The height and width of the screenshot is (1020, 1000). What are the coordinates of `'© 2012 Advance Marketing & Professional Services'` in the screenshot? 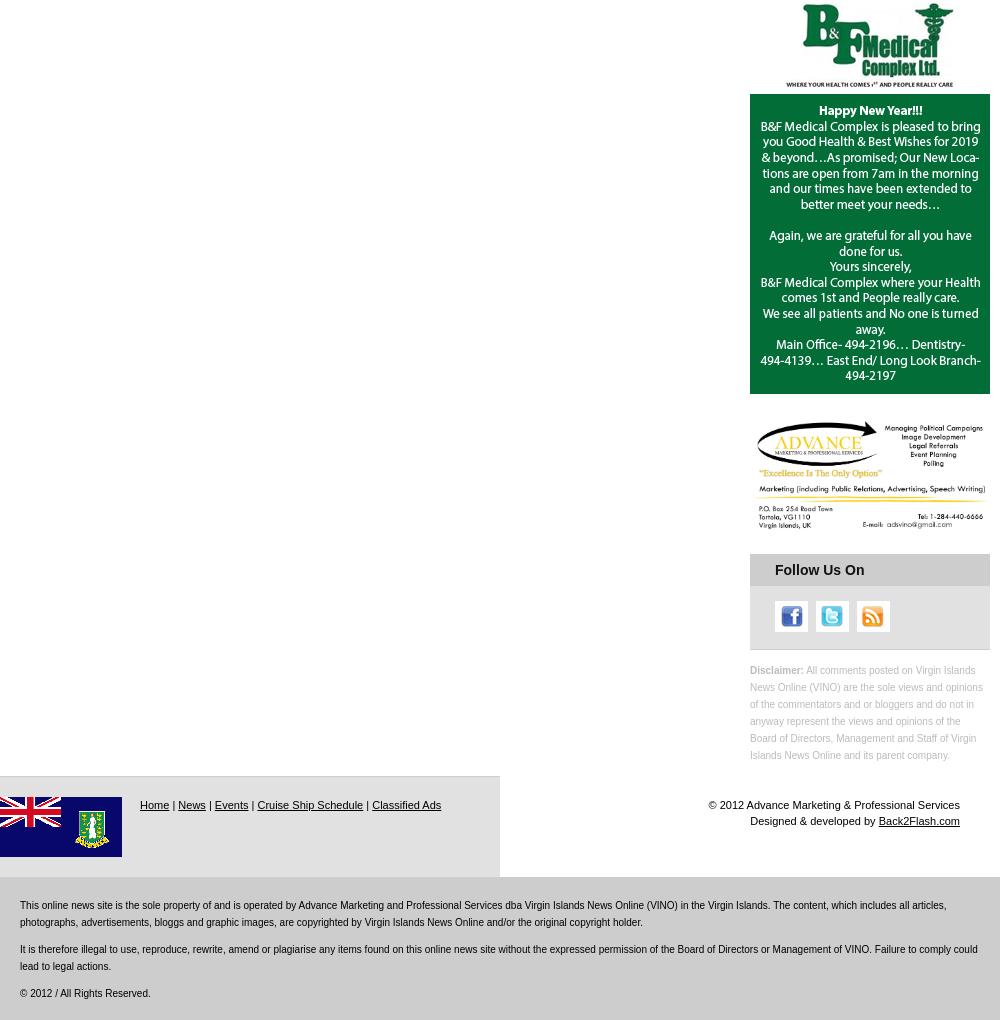 It's located at (707, 802).